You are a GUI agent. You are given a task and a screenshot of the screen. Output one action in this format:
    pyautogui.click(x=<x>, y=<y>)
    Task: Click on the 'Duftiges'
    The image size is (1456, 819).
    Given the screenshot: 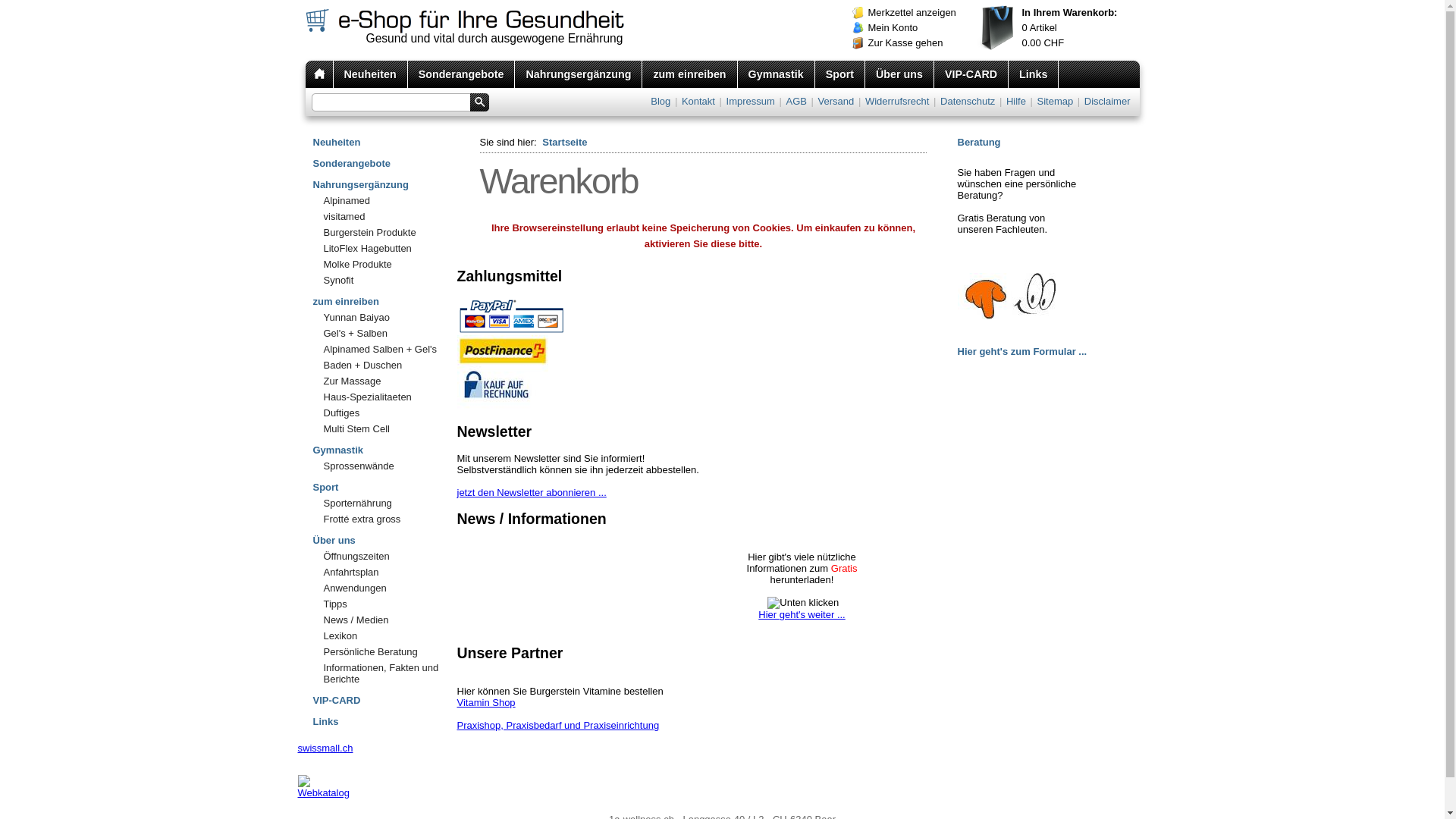 What is the action you would take?
    pyautogui.click(x=312, y=413)
    